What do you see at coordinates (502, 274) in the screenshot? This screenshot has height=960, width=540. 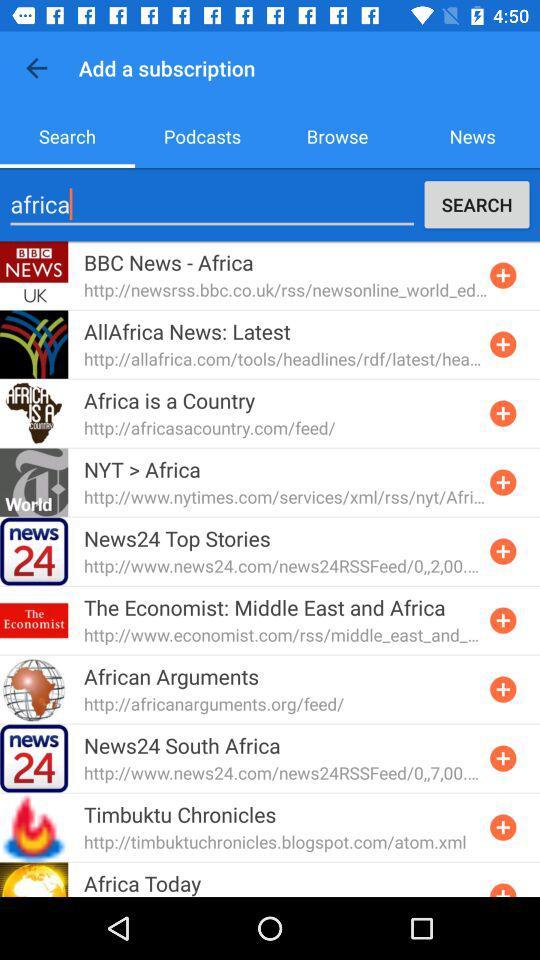 I see `button` at bounding box center [502, 274].